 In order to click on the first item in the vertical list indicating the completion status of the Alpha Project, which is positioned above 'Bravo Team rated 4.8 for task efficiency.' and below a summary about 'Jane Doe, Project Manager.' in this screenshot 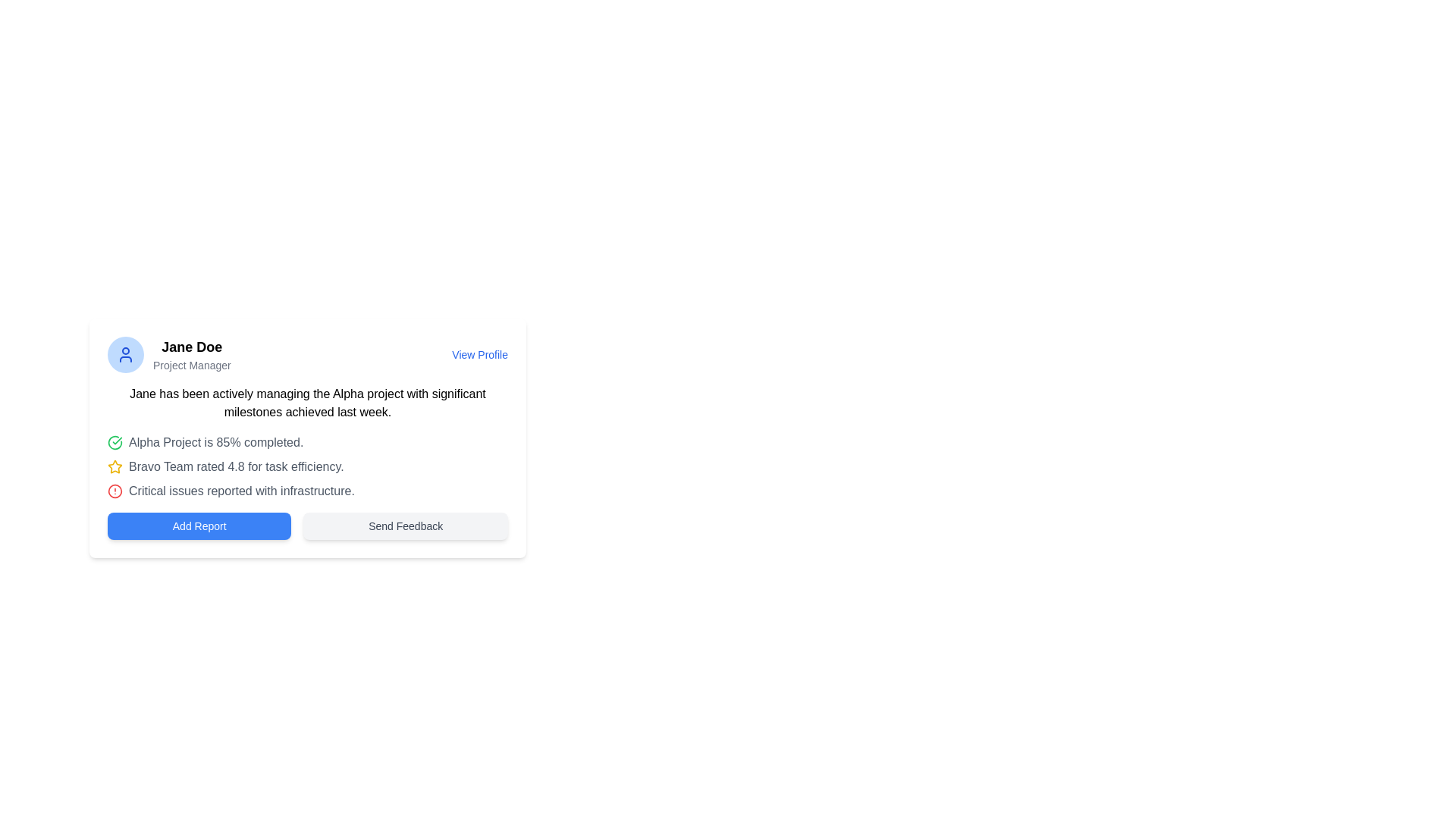, I will do `click(307, 442)`.